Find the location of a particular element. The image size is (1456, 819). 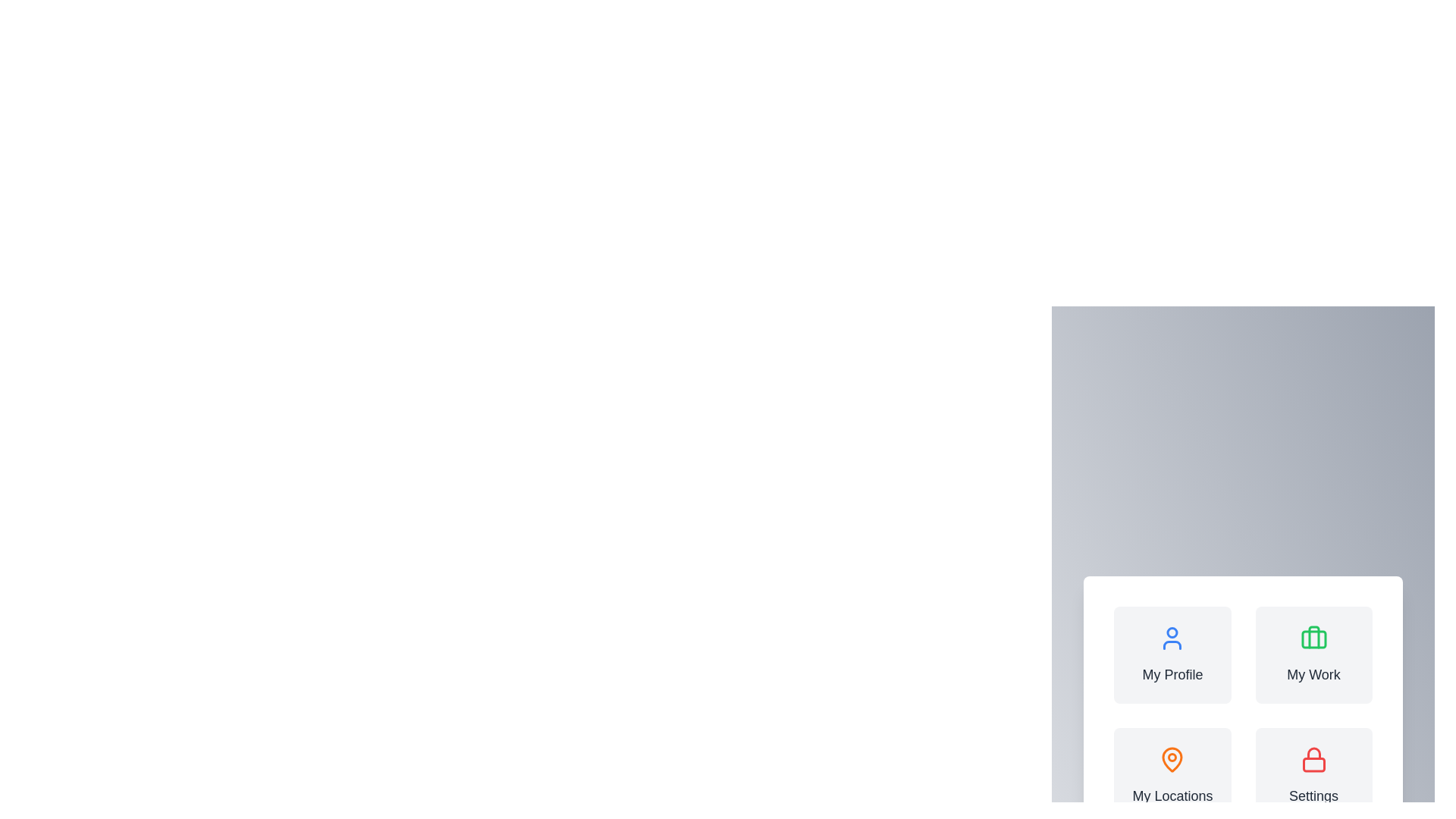

the bright orange map pin icon located within the lower left quadrant of the 'My Locations' section, which has a square white background and is positioned above its corresponding text label is located at coordinates (1172, 760).